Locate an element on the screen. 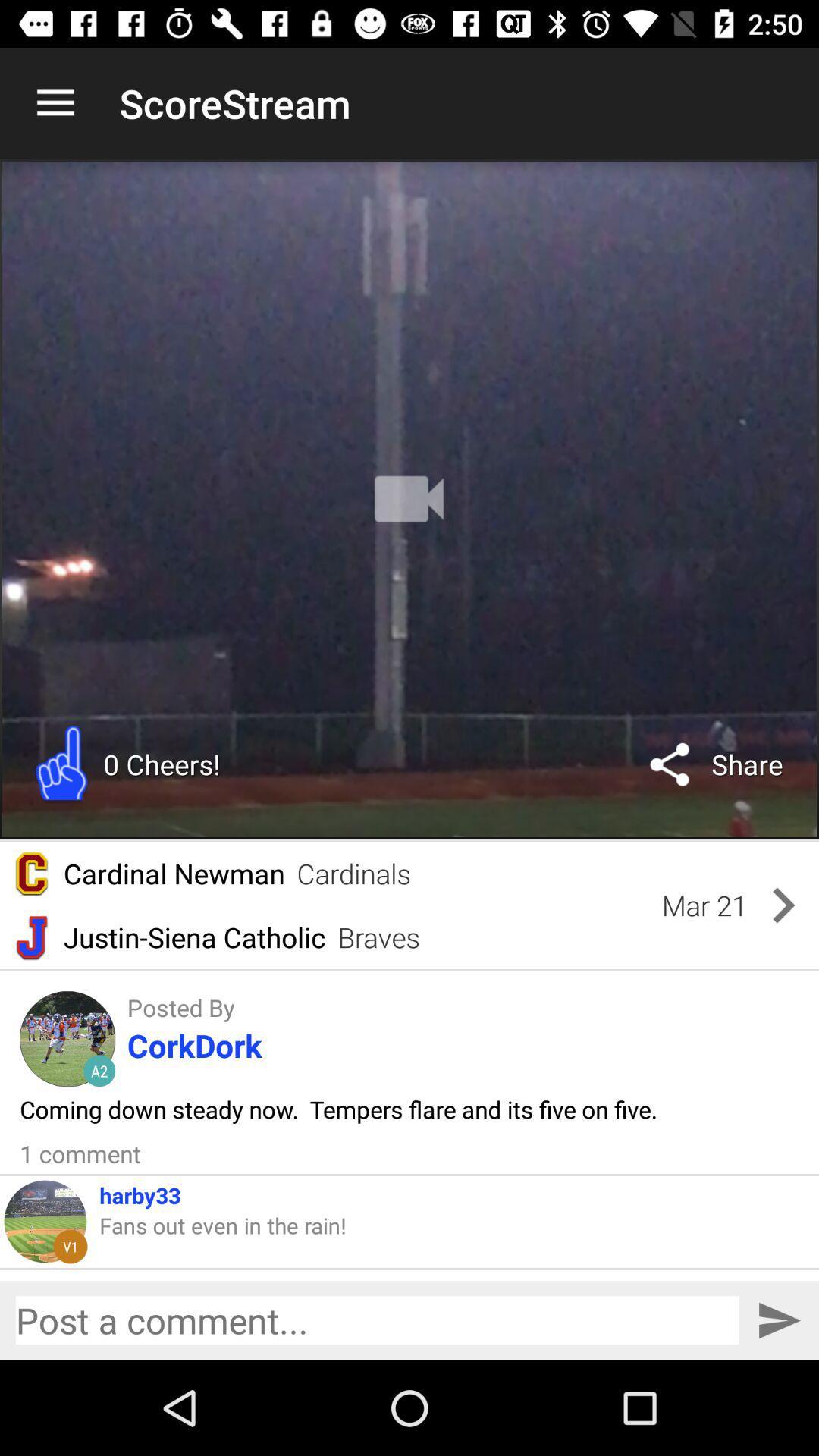 This screenshot has height=1456, width=819. cardinals item is located at coordinates (353, 874).